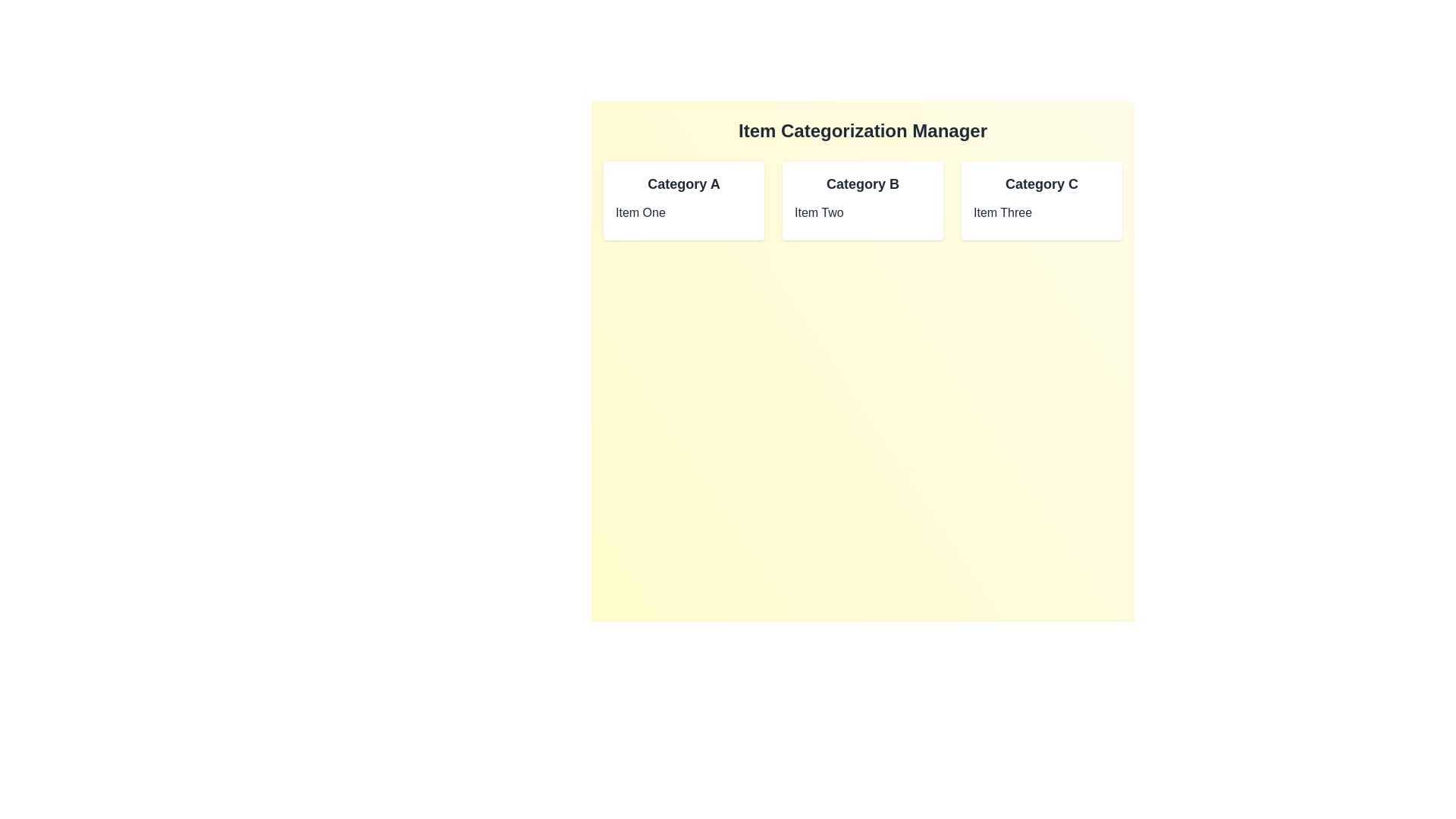  Describe the element at coordinates (1040, 213) in the screenshot. I see `the item Item Three to display its details` at that location.